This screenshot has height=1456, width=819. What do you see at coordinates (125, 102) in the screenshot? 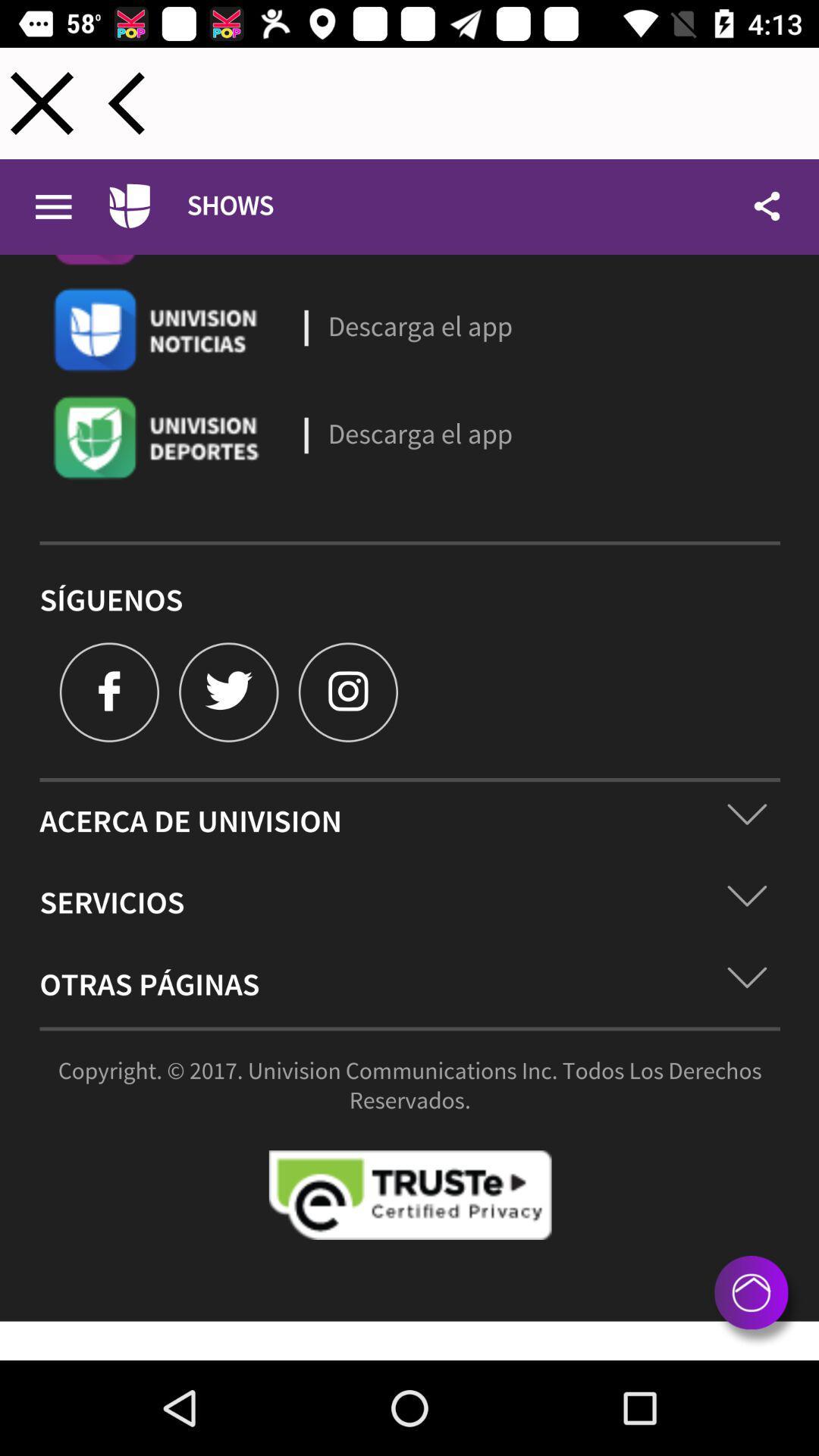
I see `the arrow_backward icon` at bounding box center [125, 102].